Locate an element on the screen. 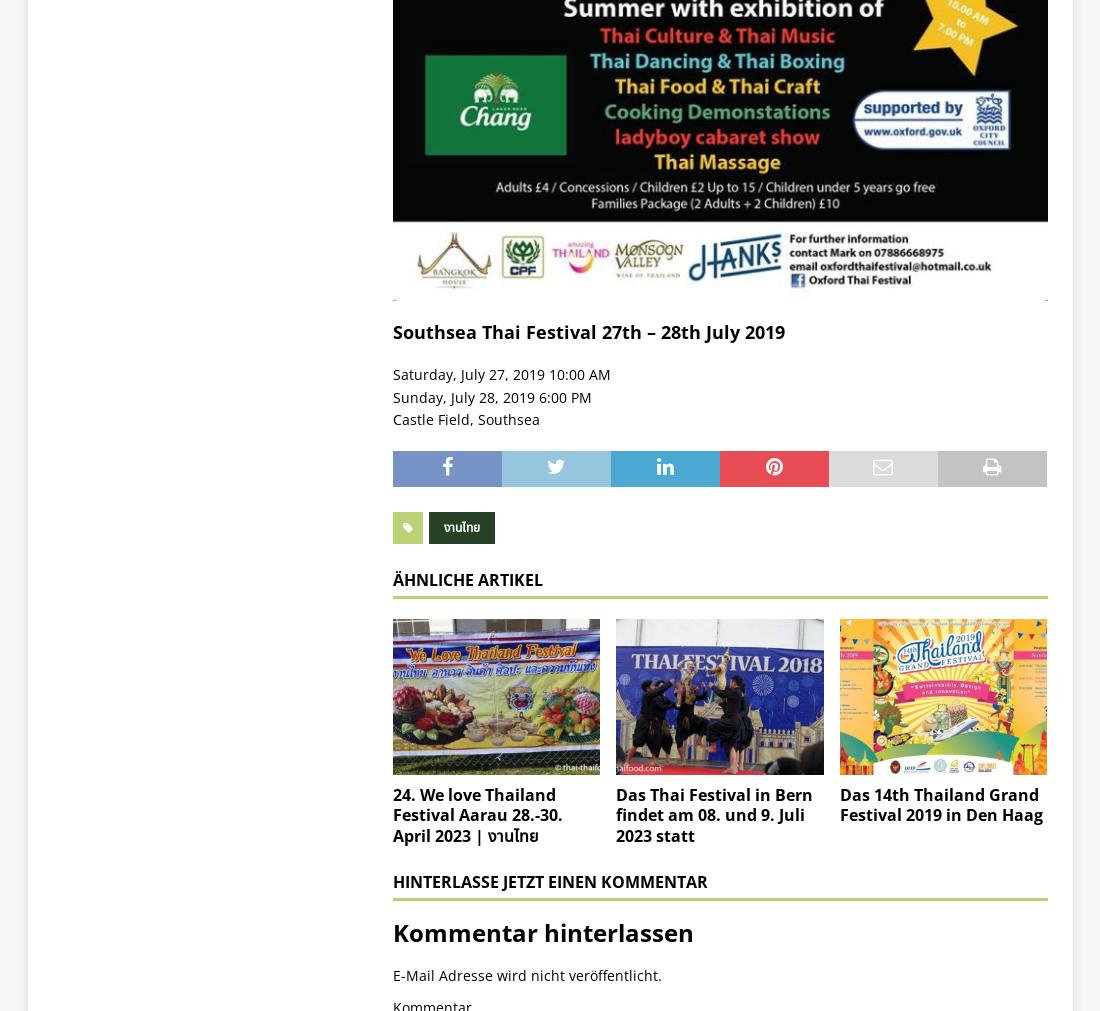 This screenshot has height=1011, width=1100. 'Sunday, July 28, 2019 6:00 PM' is located at coordinates (392, 395).